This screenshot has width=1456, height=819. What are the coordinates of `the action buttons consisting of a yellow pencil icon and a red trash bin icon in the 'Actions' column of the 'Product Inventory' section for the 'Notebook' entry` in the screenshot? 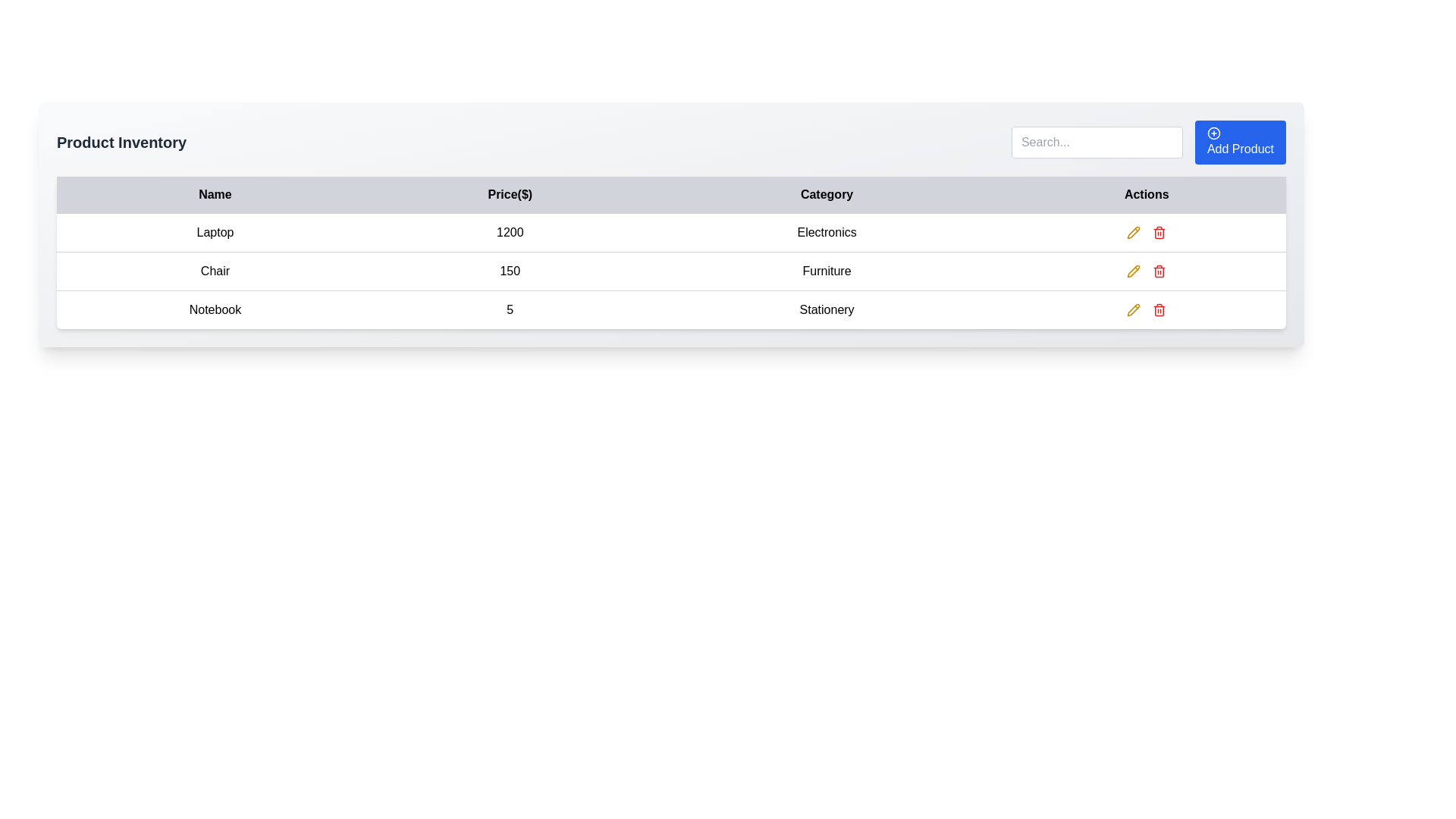 It's located at (1147, 309).